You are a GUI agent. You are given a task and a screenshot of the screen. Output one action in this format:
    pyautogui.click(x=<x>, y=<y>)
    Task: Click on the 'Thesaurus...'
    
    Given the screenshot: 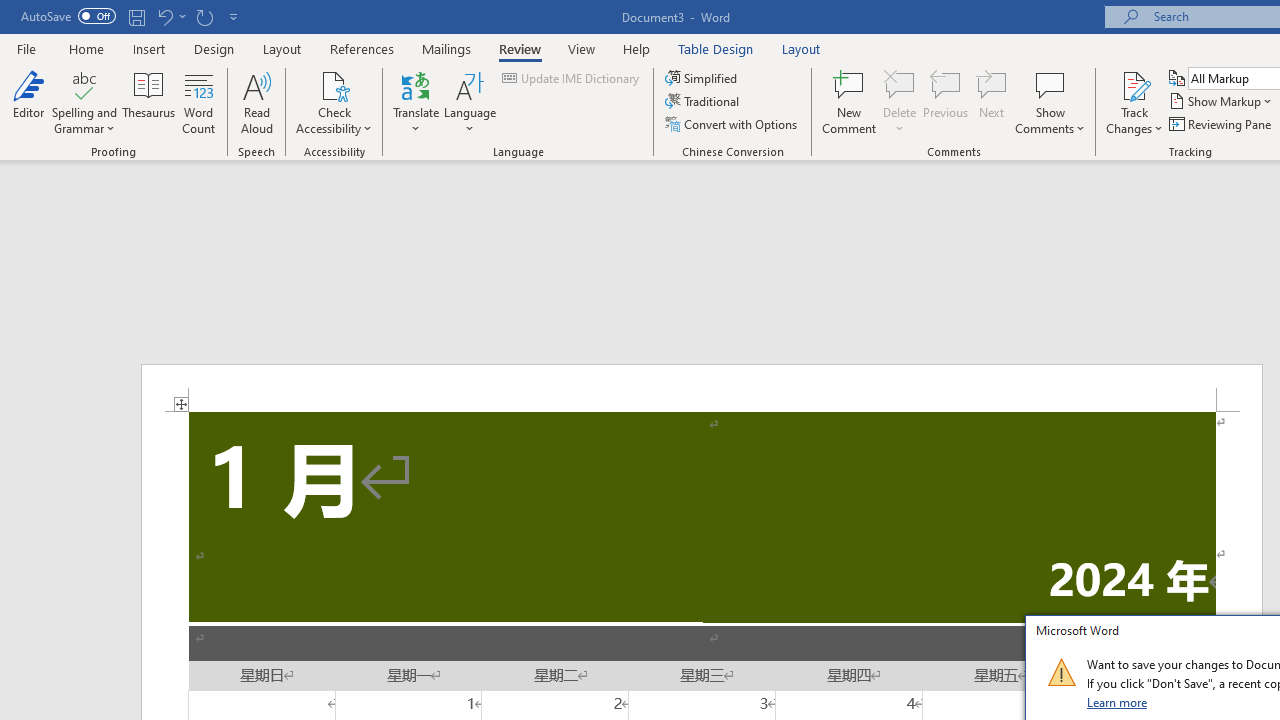 What is the action you would take?
    pyautogui.click(x=148, y=103)
    